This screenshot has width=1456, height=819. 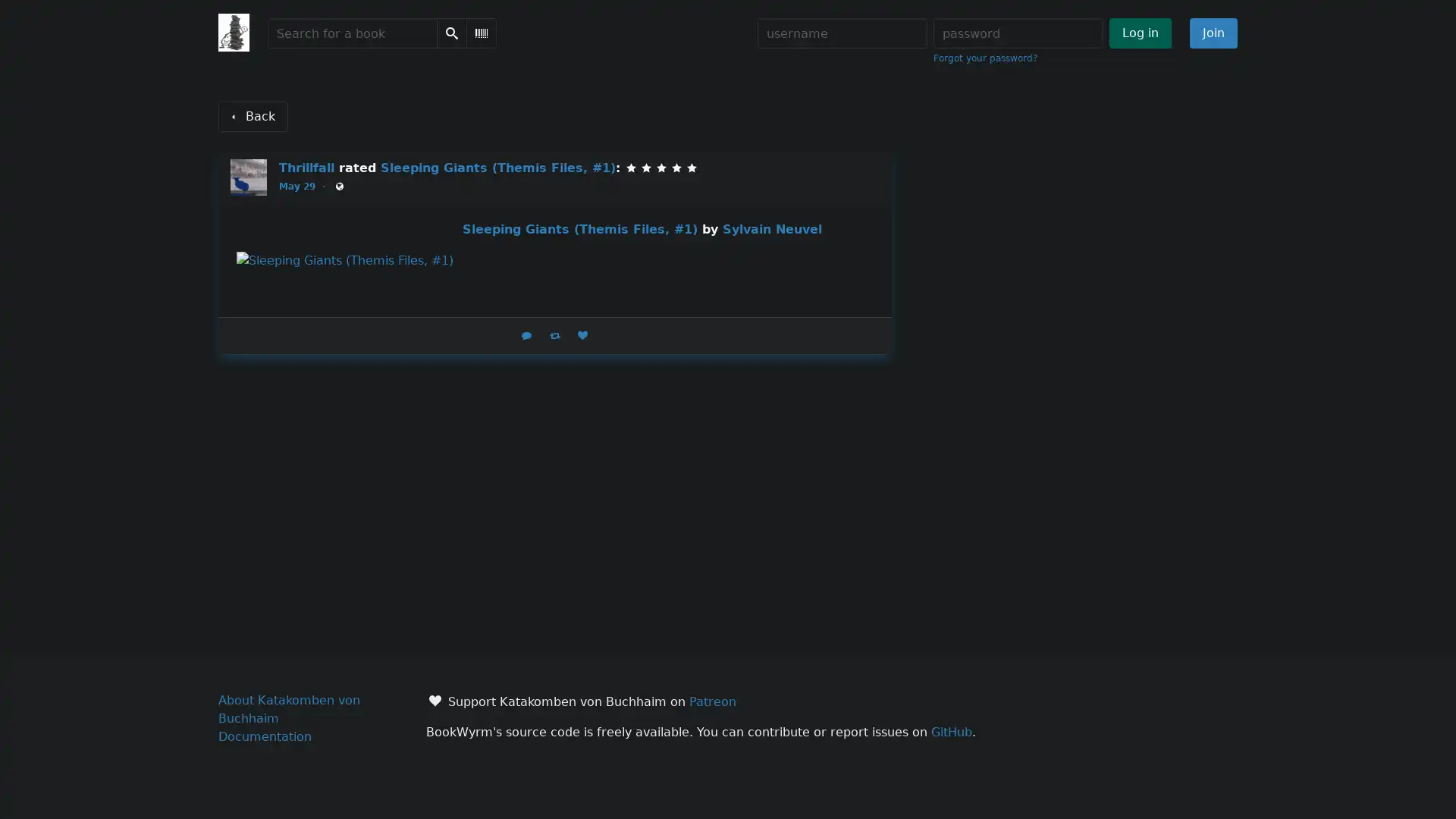 What do you see at coordinates (479, 33) in the screenshot?
I see `Scan Barcode` at bounding box center [479, 33].